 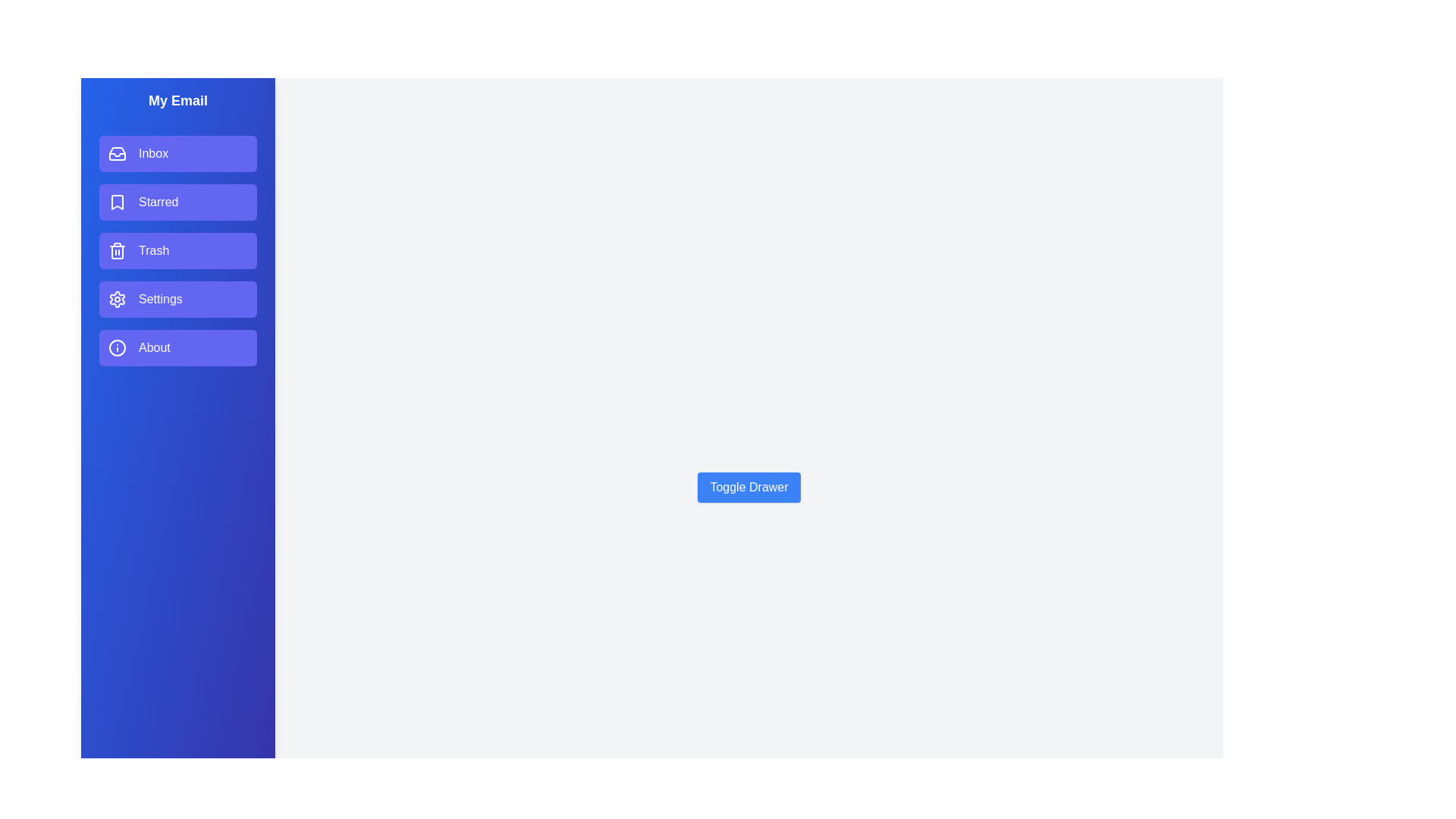 What do you see at coordinates (178, 348) in the screenshot?
I see `the email section item About` at bounding box center [178, 348].